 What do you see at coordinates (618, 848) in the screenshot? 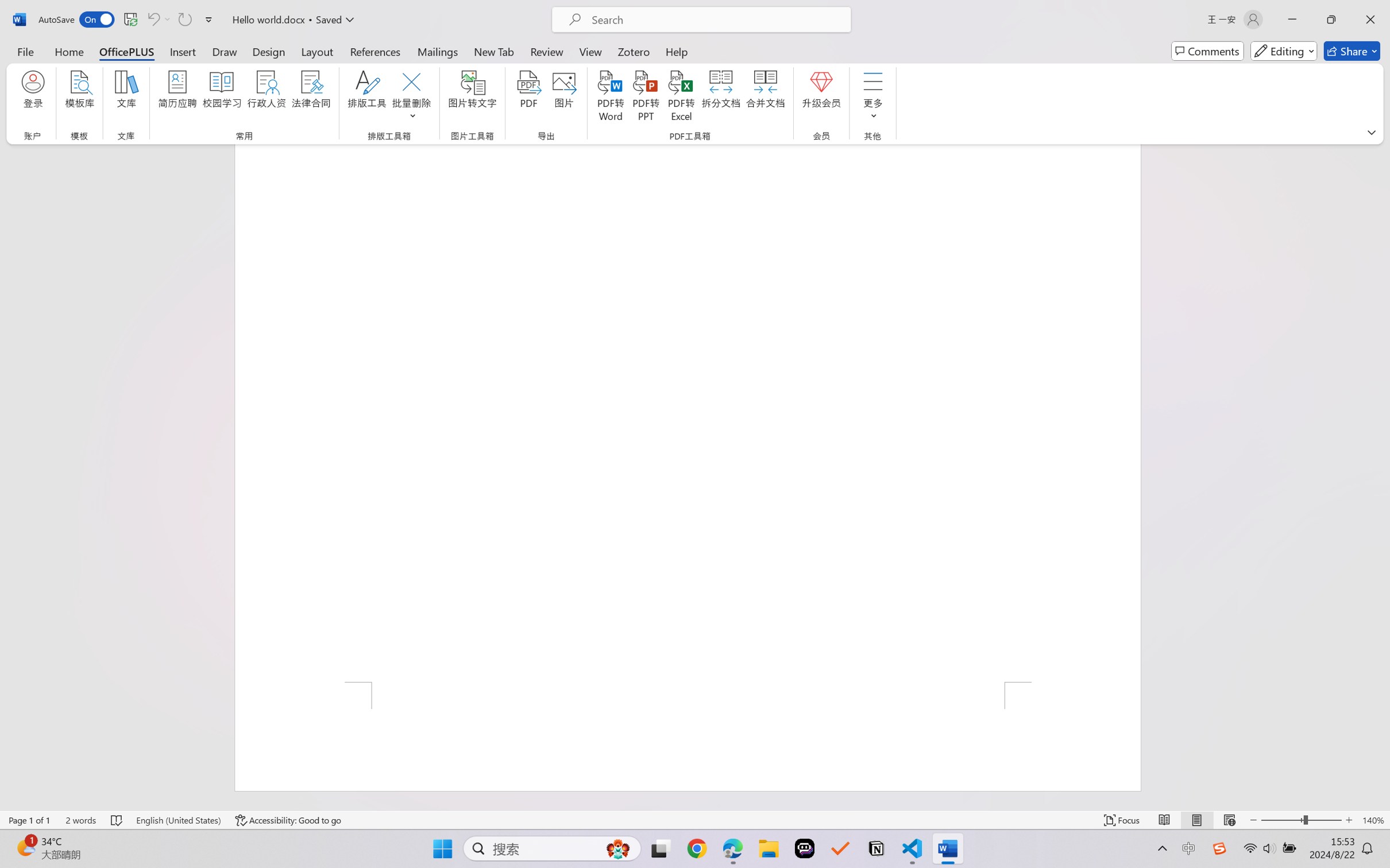
I see `'AutomationID: DynamicSearchBoxGleamImage'` at bounding box center [618, 848].